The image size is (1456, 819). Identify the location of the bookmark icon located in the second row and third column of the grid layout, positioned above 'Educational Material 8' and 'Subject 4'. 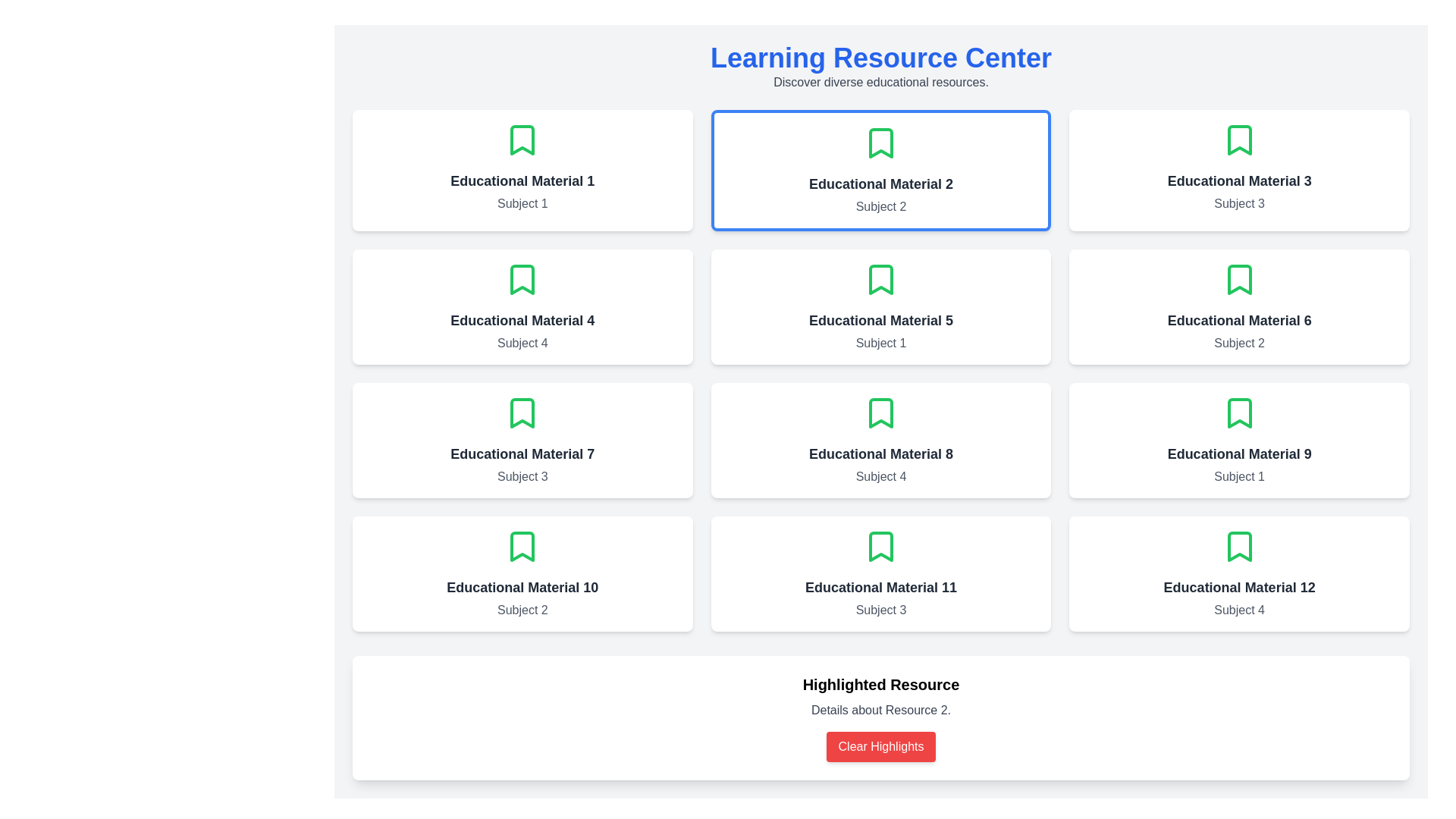
(880, 413).